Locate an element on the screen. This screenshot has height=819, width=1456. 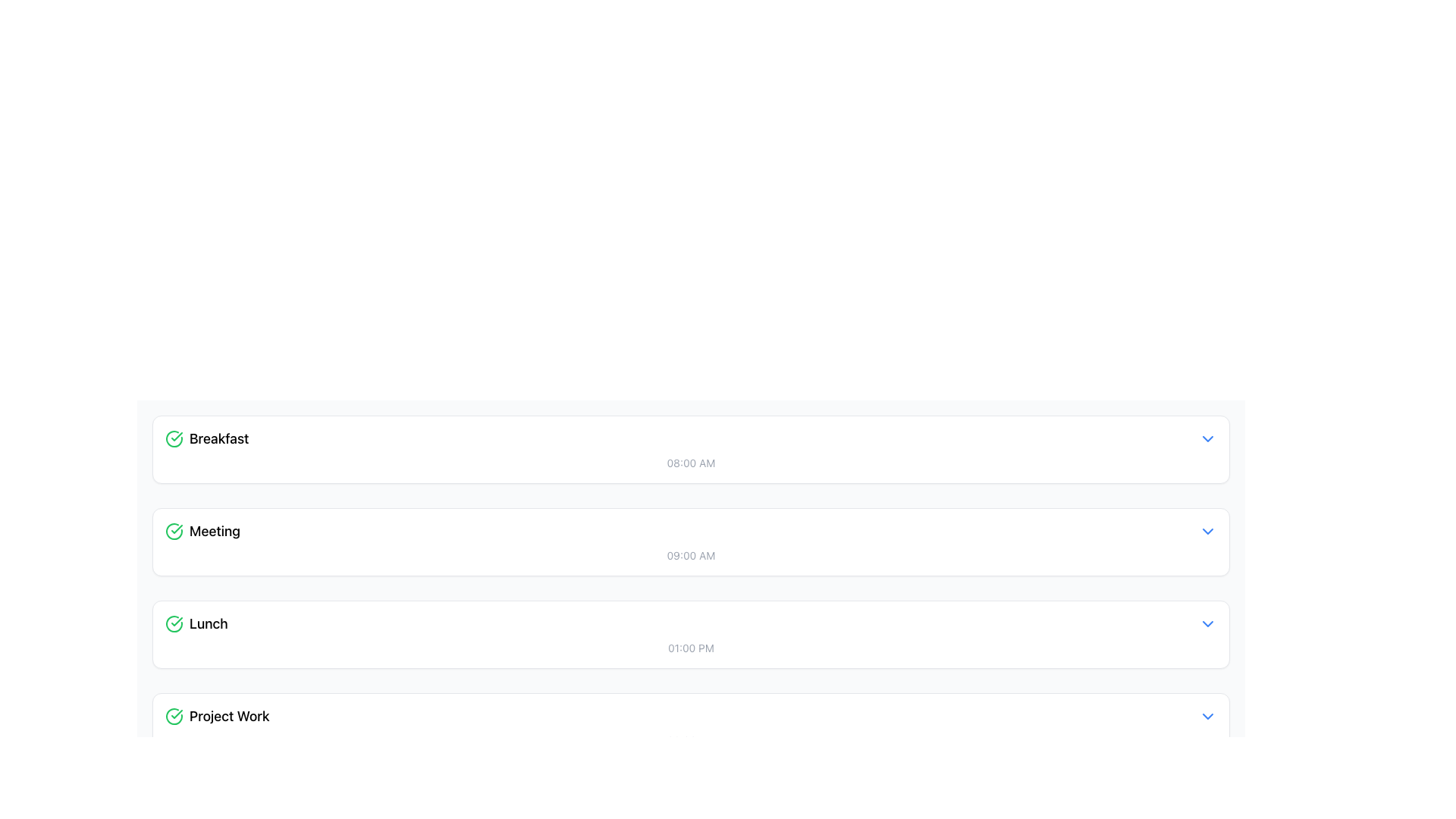
the small downward arrow icon styled in blue, located within the white box at the far right side of the 'Project Work' row is located at coordinates (1207, 717).